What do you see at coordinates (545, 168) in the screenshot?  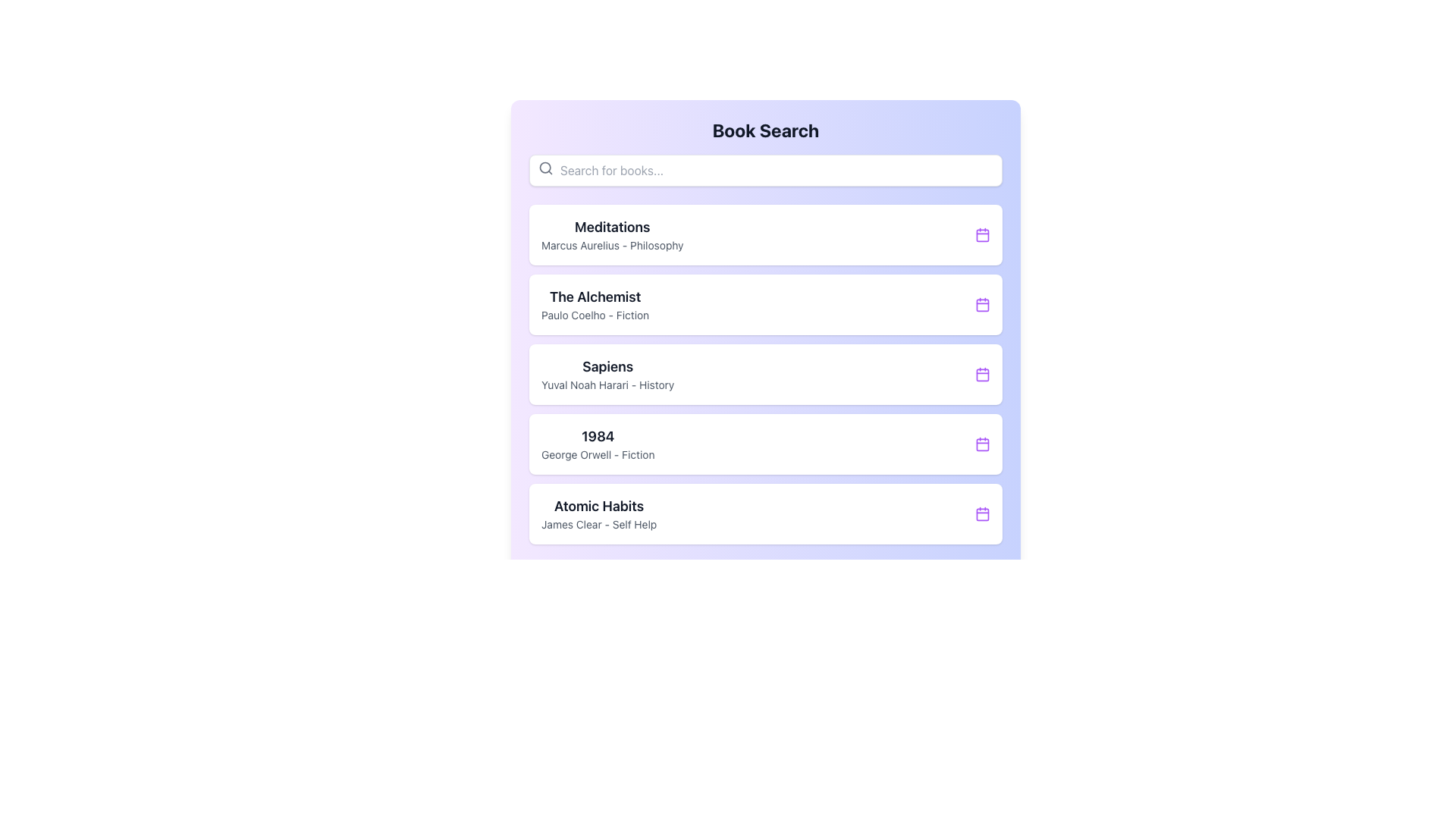 I see `the small circle within the search icon located at the top-left of the search bar component, which is part of the magnifying glass depiction` at bounding box center [545, 168].